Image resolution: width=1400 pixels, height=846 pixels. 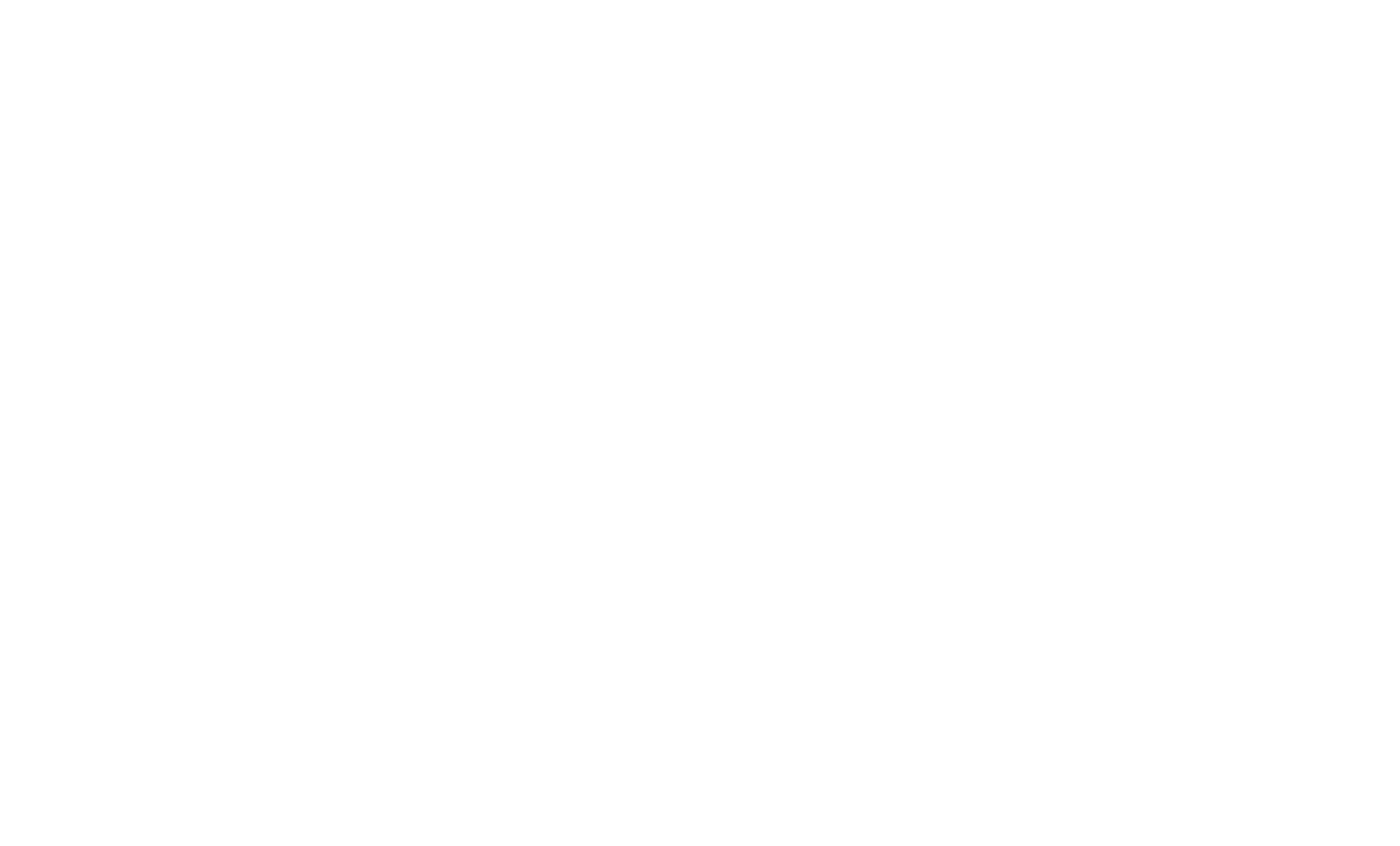 I want to click on 'iPhone 7', so click(x=773, y=63).